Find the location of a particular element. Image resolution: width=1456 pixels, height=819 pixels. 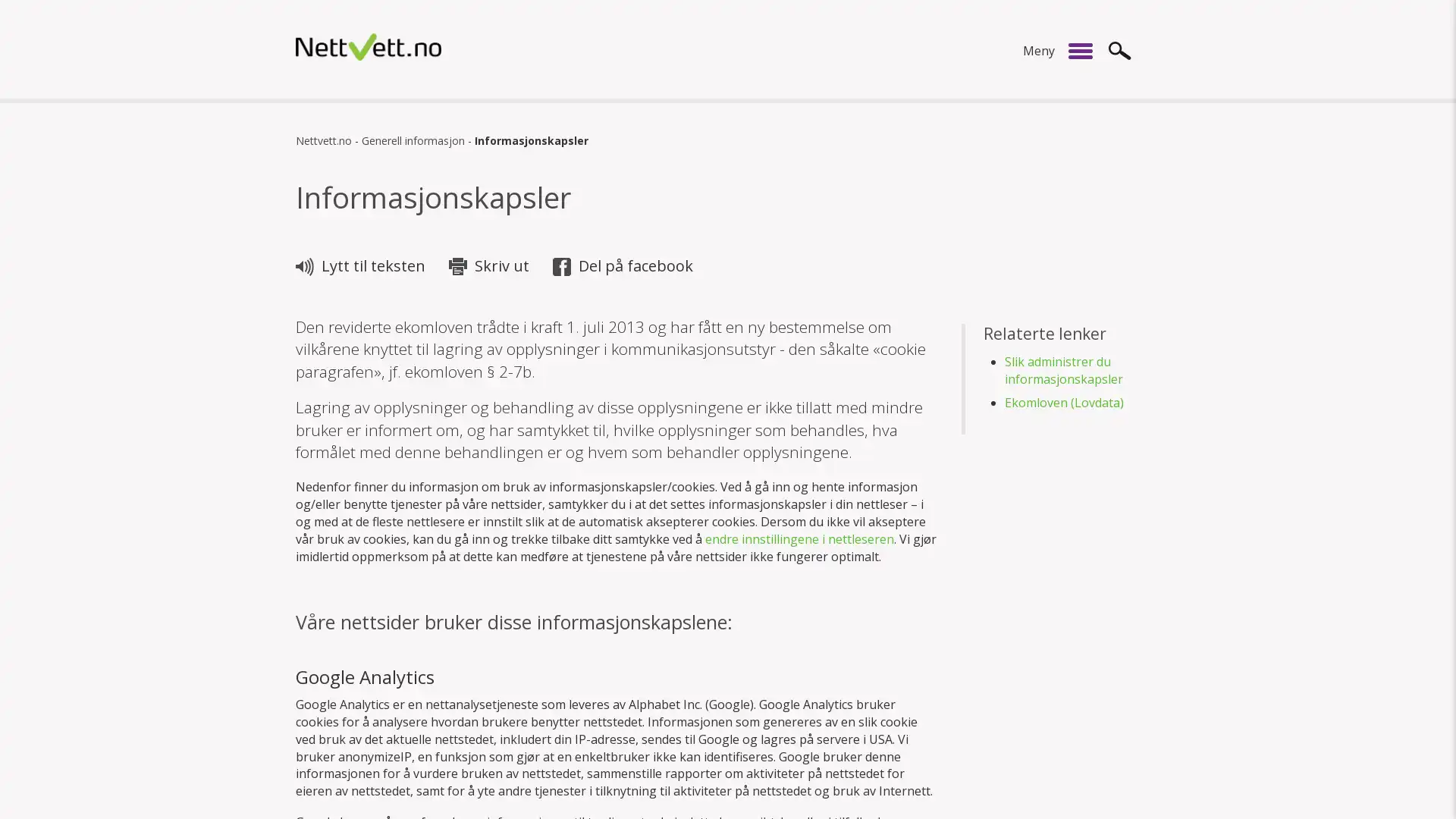

Sk is located at coordinates (1120, 49).